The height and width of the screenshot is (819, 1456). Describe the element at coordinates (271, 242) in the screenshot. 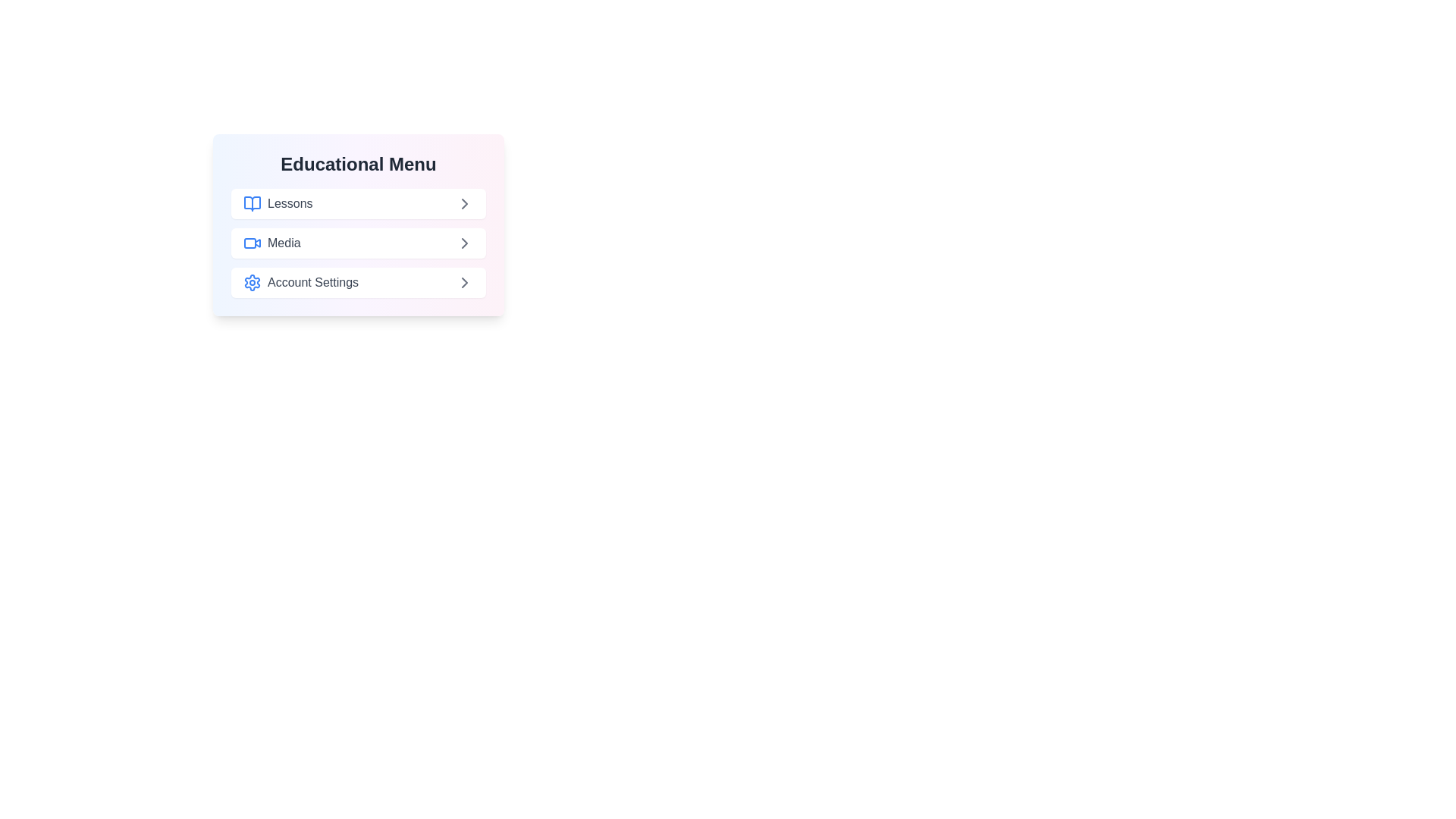

I see `the 'Media' menu option, which is the second item in the vertical list of the 'Educational Menu'` at that location.